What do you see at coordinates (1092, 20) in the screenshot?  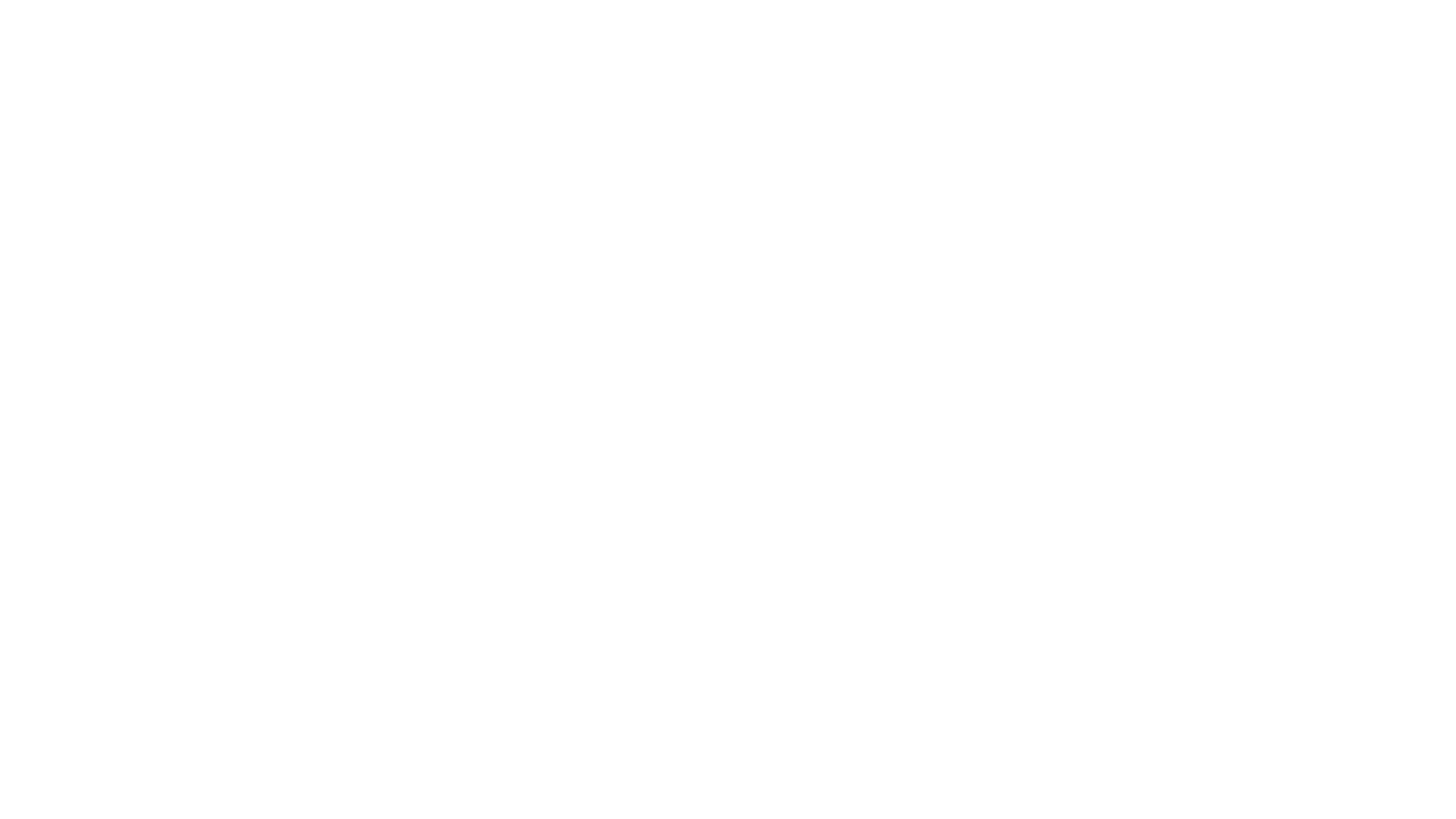 I see `Toggle Speed: Current Speed 1x` at bounding box center [1092, 20].